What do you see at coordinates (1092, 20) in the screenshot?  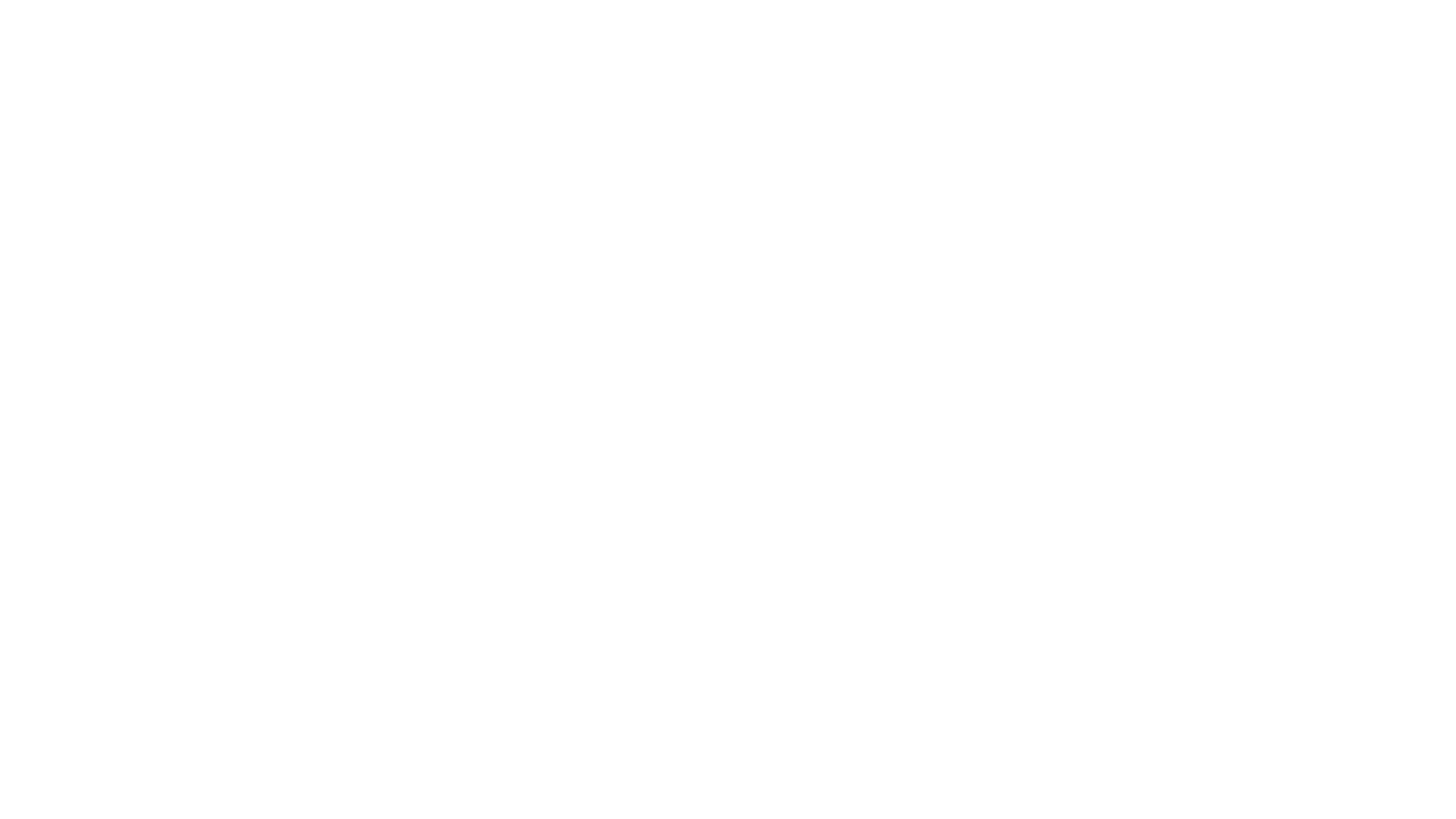 I see `Toggle Speed: Current Speed 1x` at bounding box center [1092, 20].